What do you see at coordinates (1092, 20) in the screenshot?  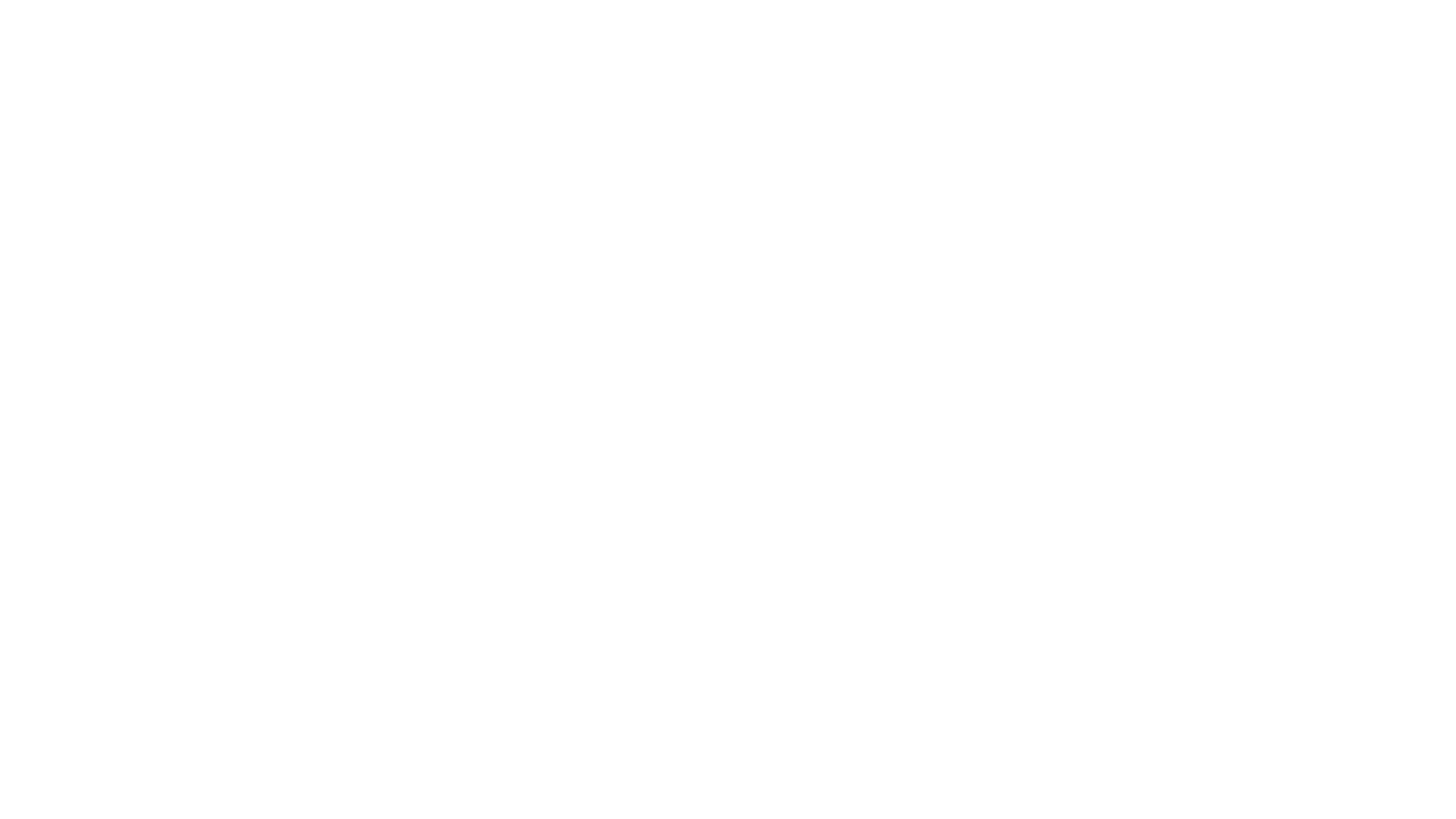 I see `Toggle Speed: Current Speed 1x` at bounding box center [1092, 20].